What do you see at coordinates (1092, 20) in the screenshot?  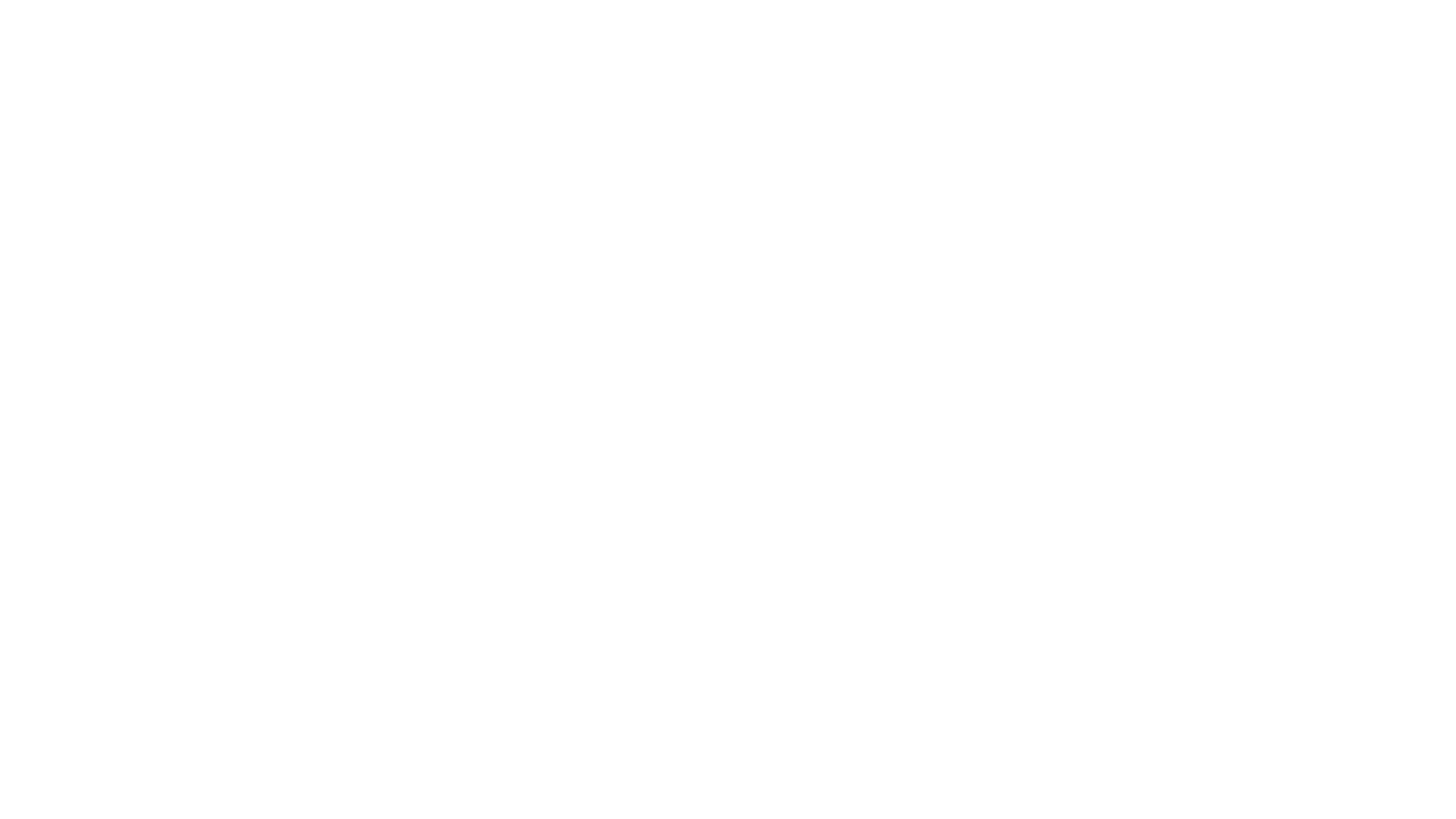 I see `Toggle Speed: Current Speed 1x` at bounding box center [1092, 20].